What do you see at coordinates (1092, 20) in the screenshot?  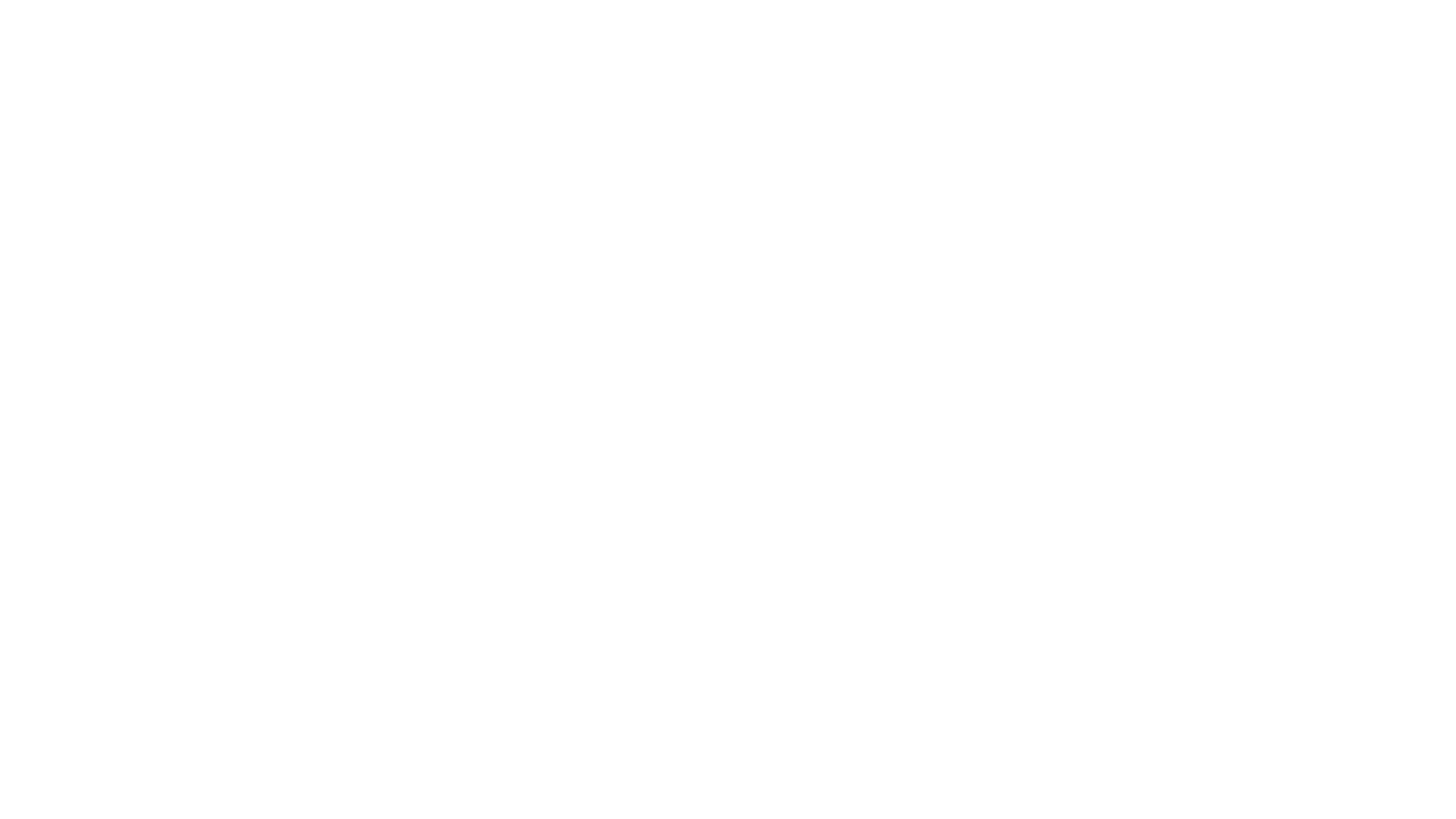 I see `Toggle Speed: Current Speed 1x` at bounding box center [1092, 20].